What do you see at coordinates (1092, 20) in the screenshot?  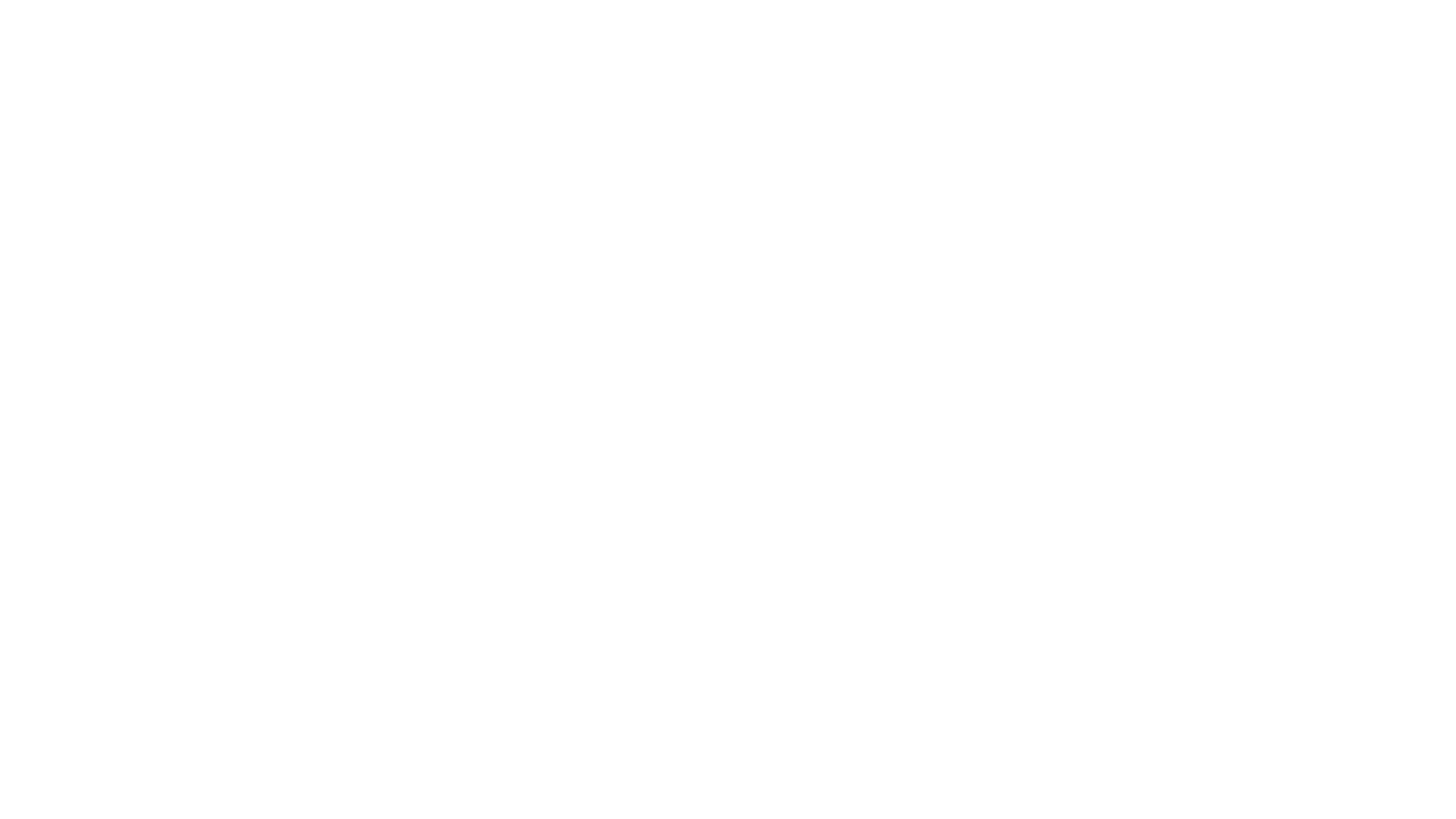 I see `Toggle Speed: Current Speed 1x` at bounding box center [1092, 20].